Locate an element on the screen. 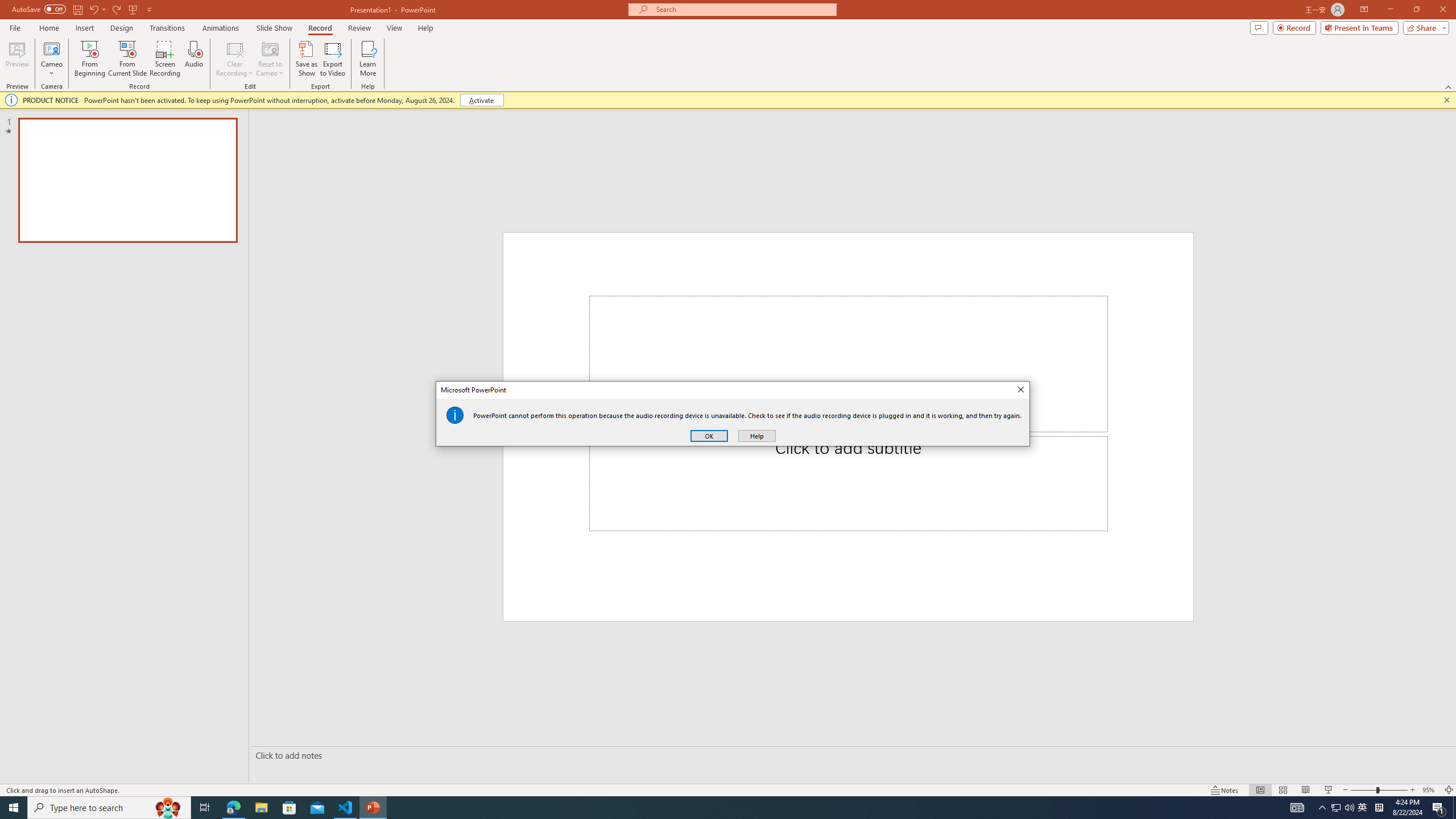  'Zoom 95%' is located at coordinates (1430, 790).